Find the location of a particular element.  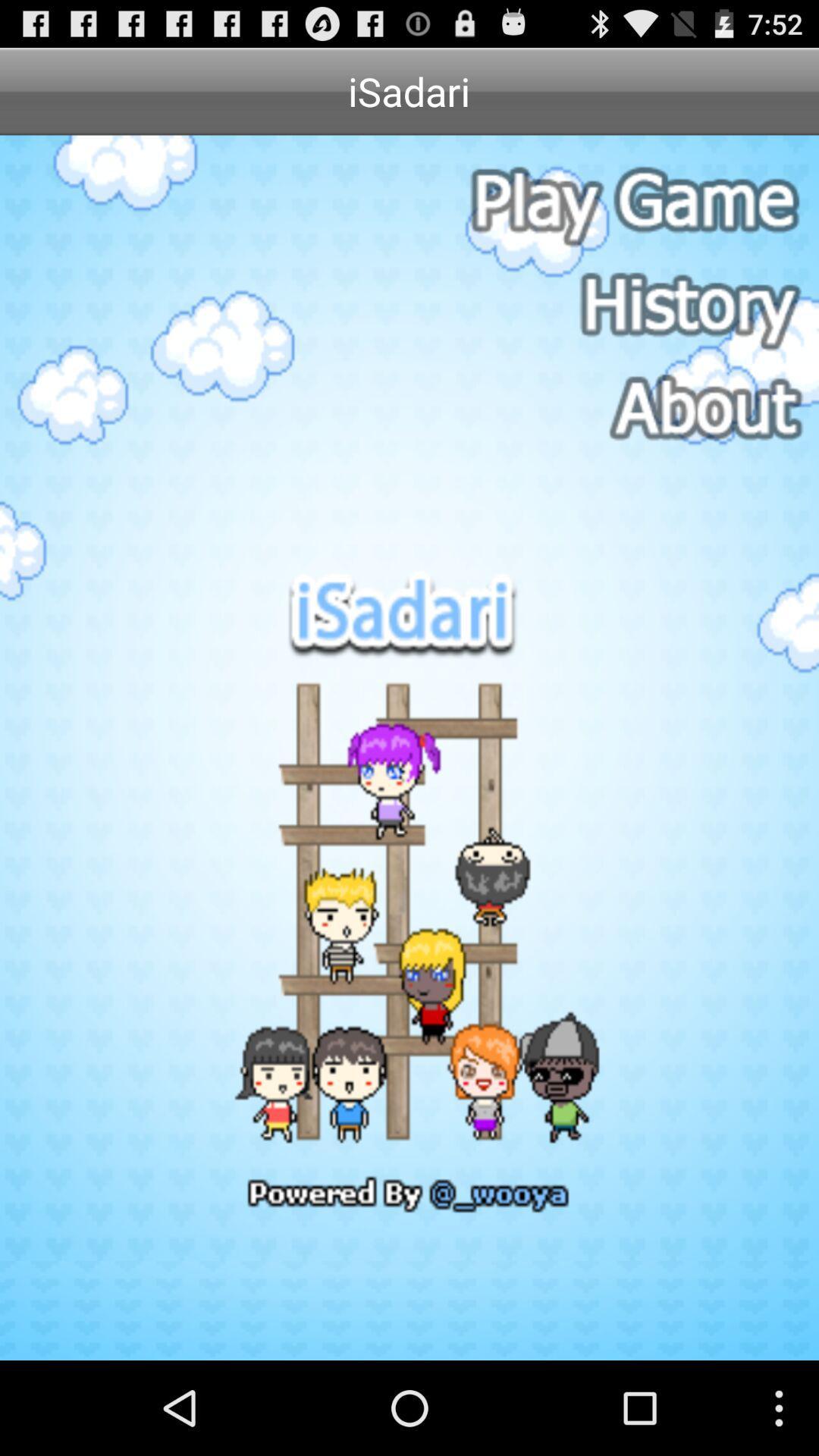

history button is located at coordinates (632, 305).